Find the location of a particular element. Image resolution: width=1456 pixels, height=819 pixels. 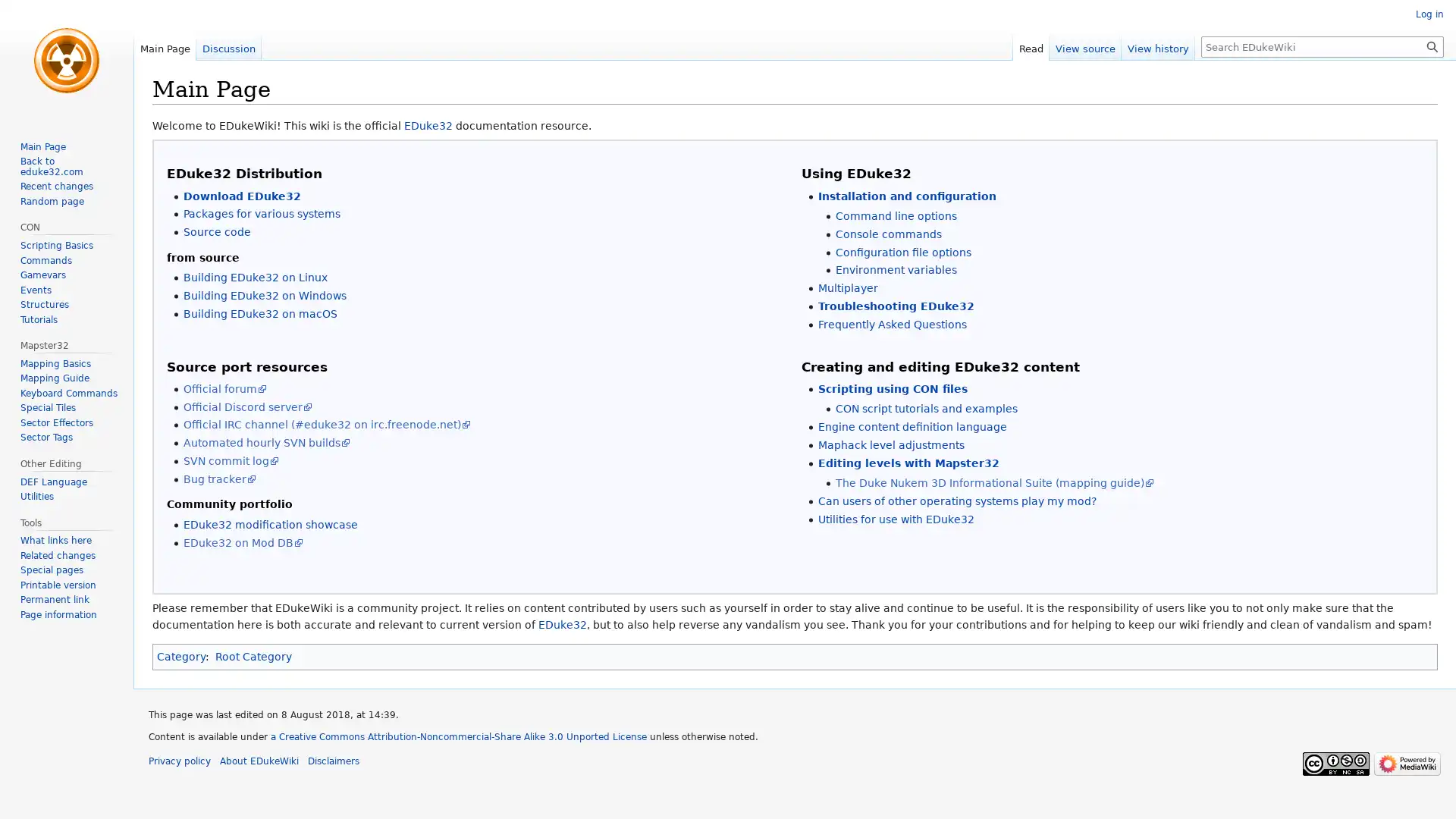

Search is located at coordinates (1432, 45).